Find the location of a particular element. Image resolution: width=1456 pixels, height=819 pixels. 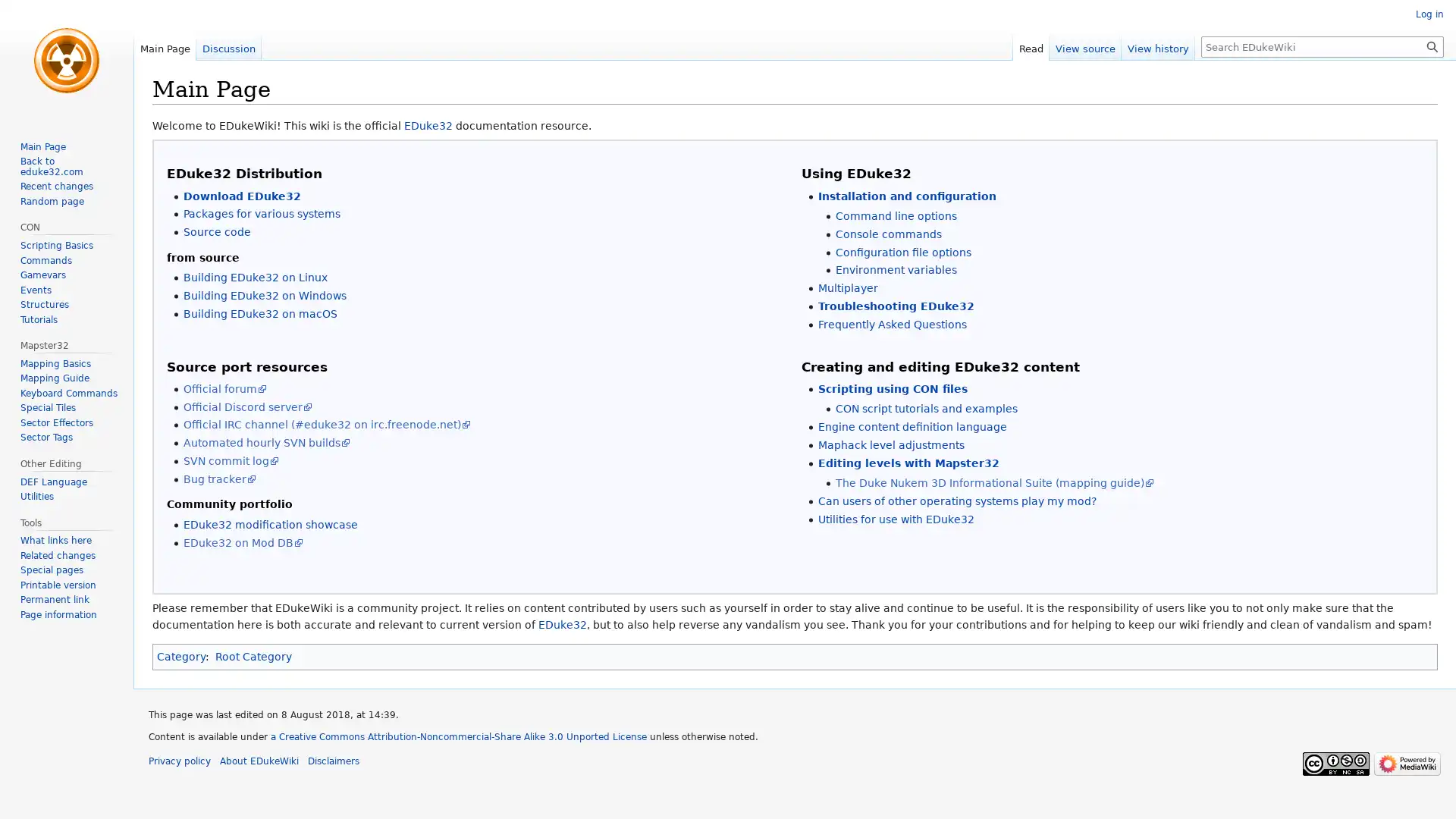

Search is located at coordinates (1432, 45).